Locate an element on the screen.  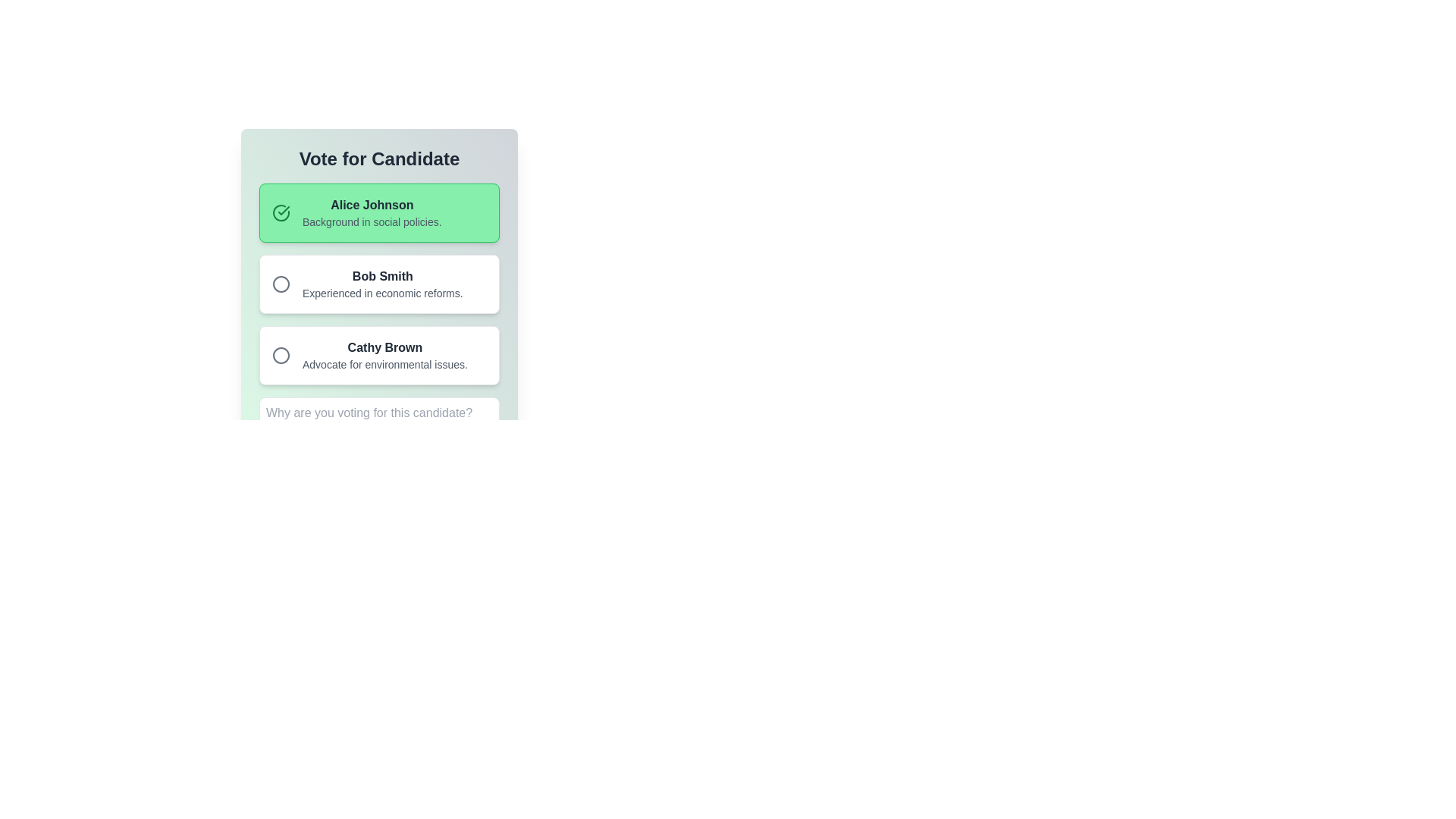
the text input box located below the candidate selection options is located at coordinates (379, 422).